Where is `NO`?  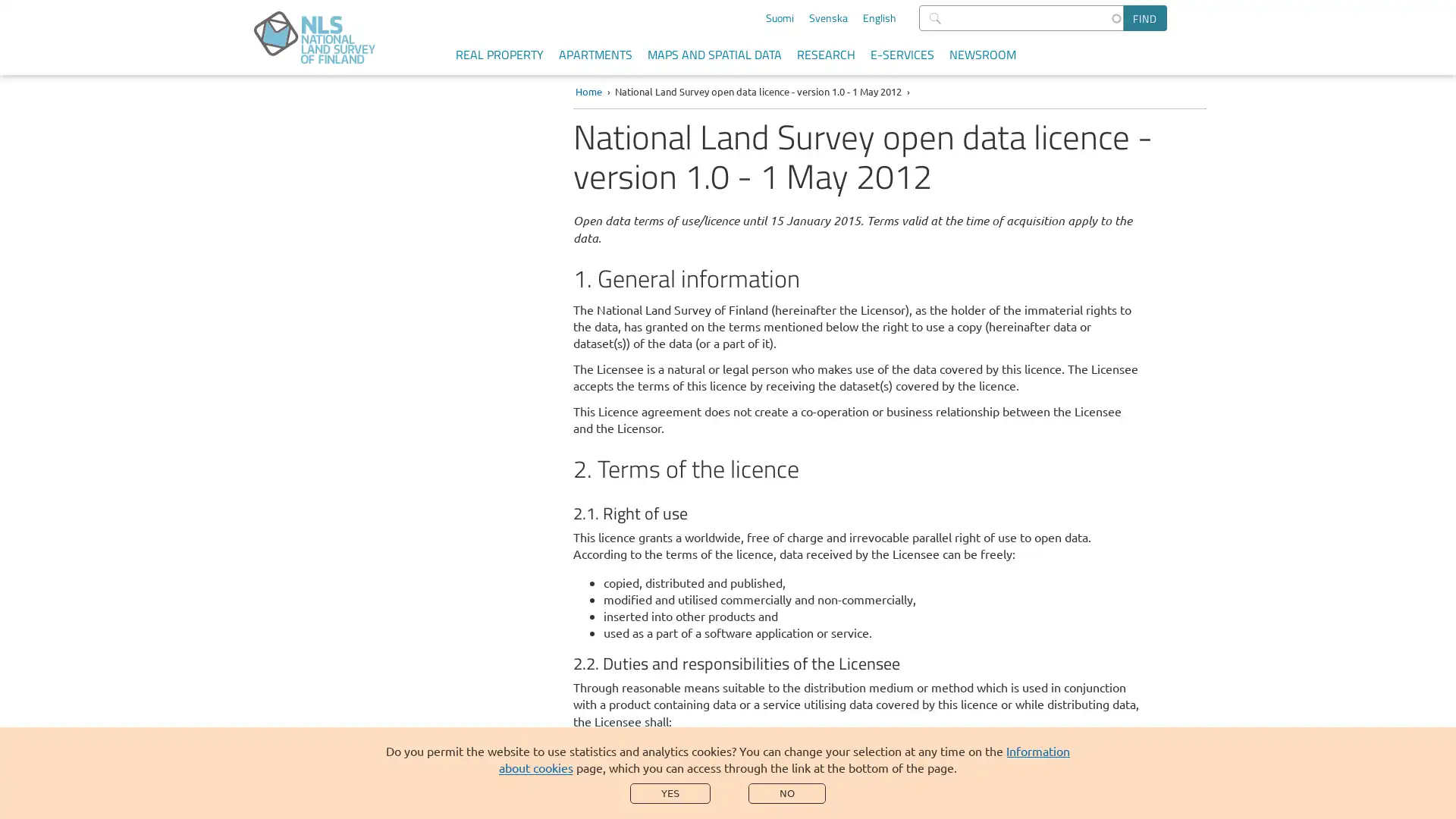
NO is located at coordinates (786, 792).